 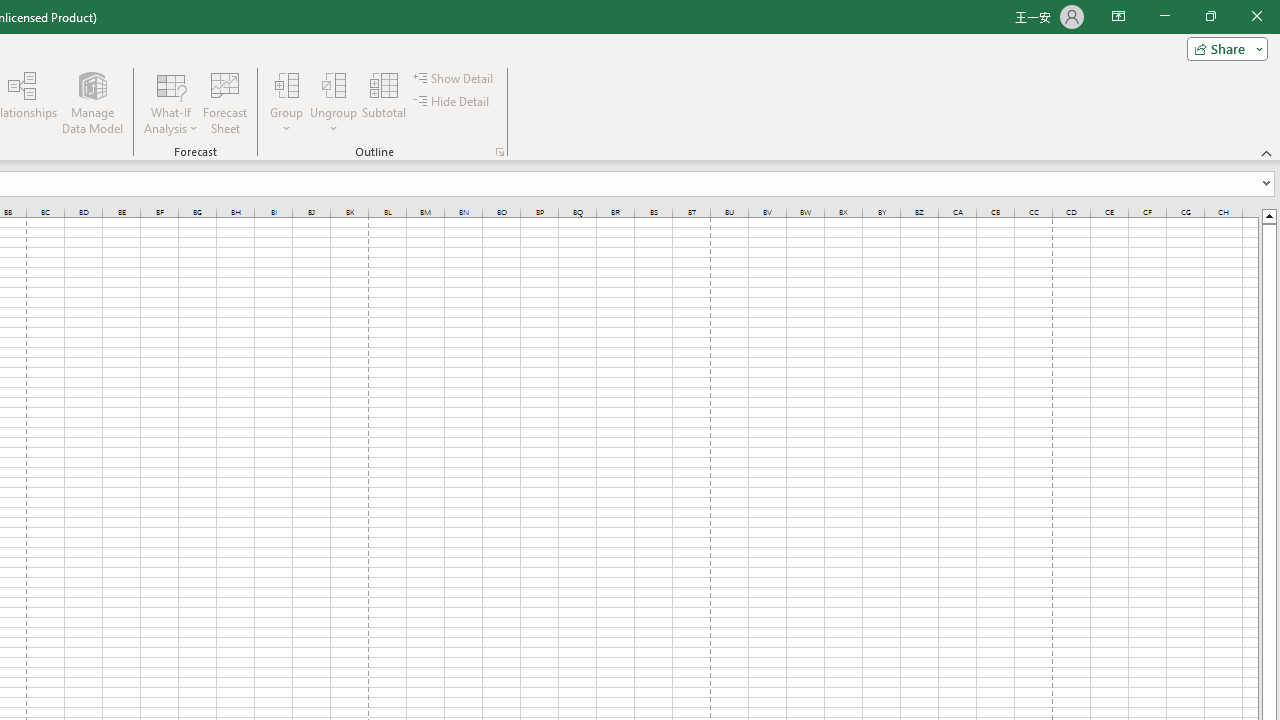 I want to click on 'Manage Data Model', so click(x=91, y=103).